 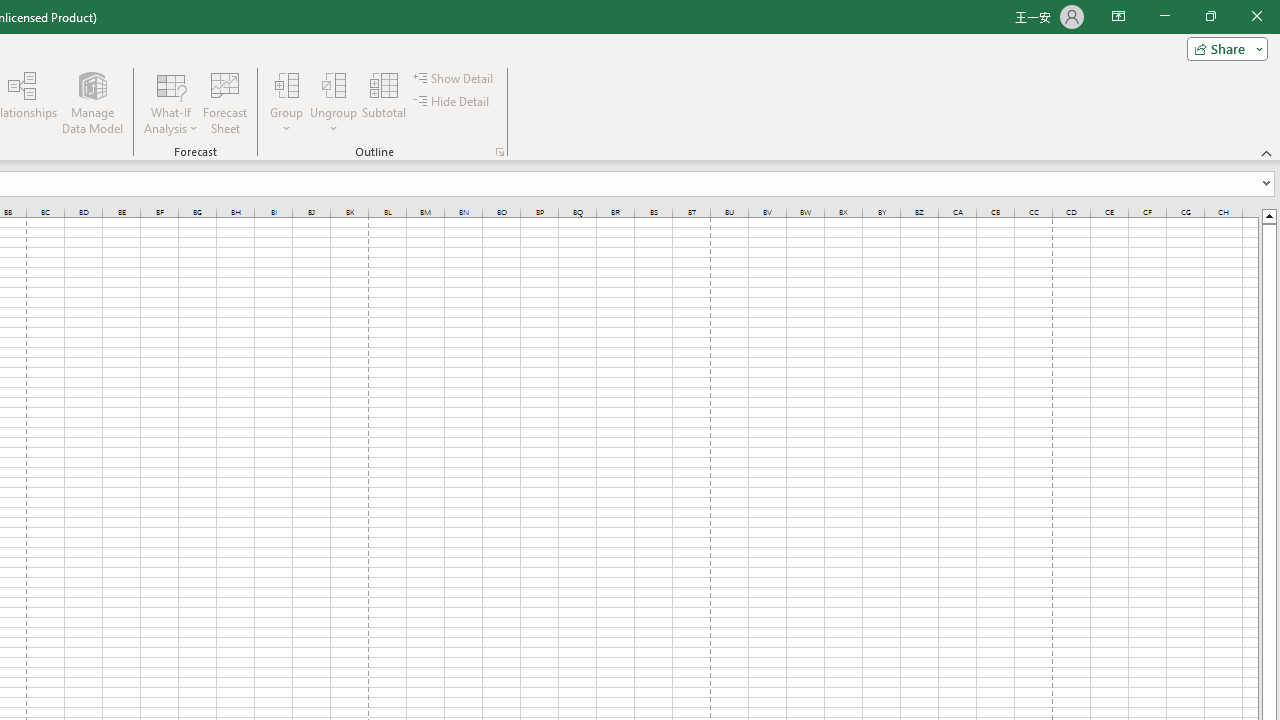 I want to click on 'Manage Data Model', so click(x=91, y=103).